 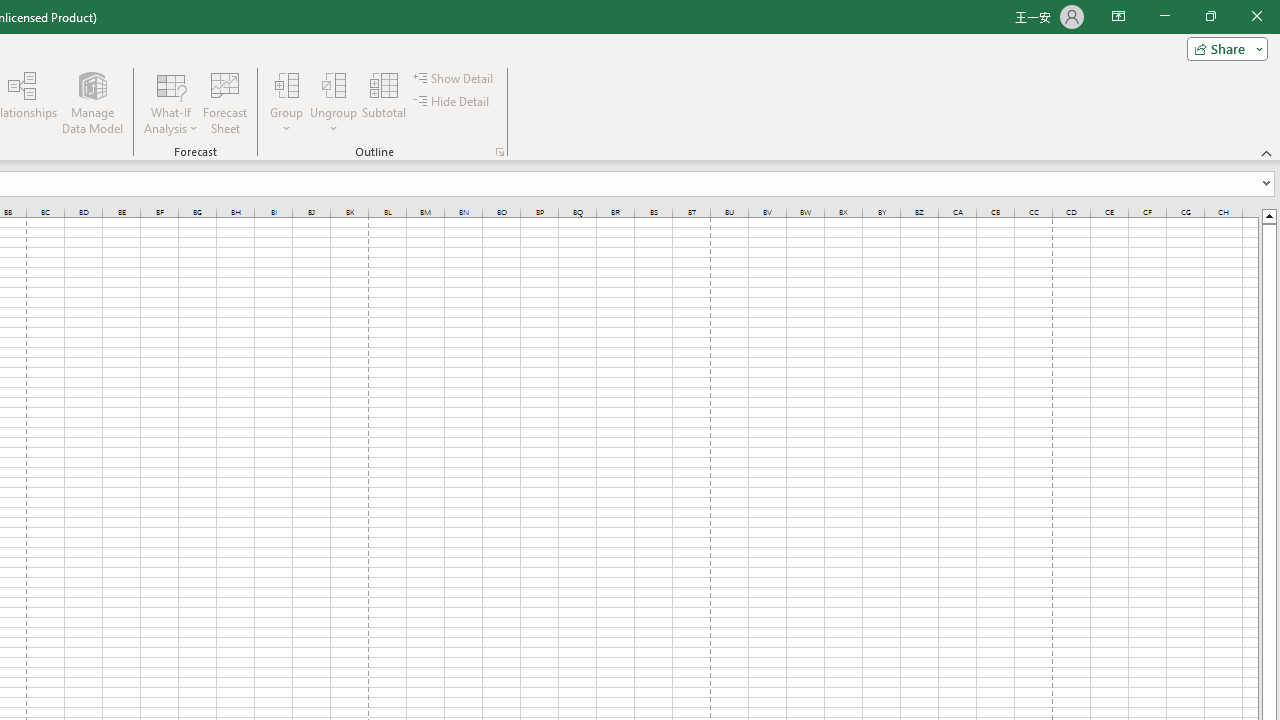 I want to click on 'Manage Data Model', so click(x=91, y=103).